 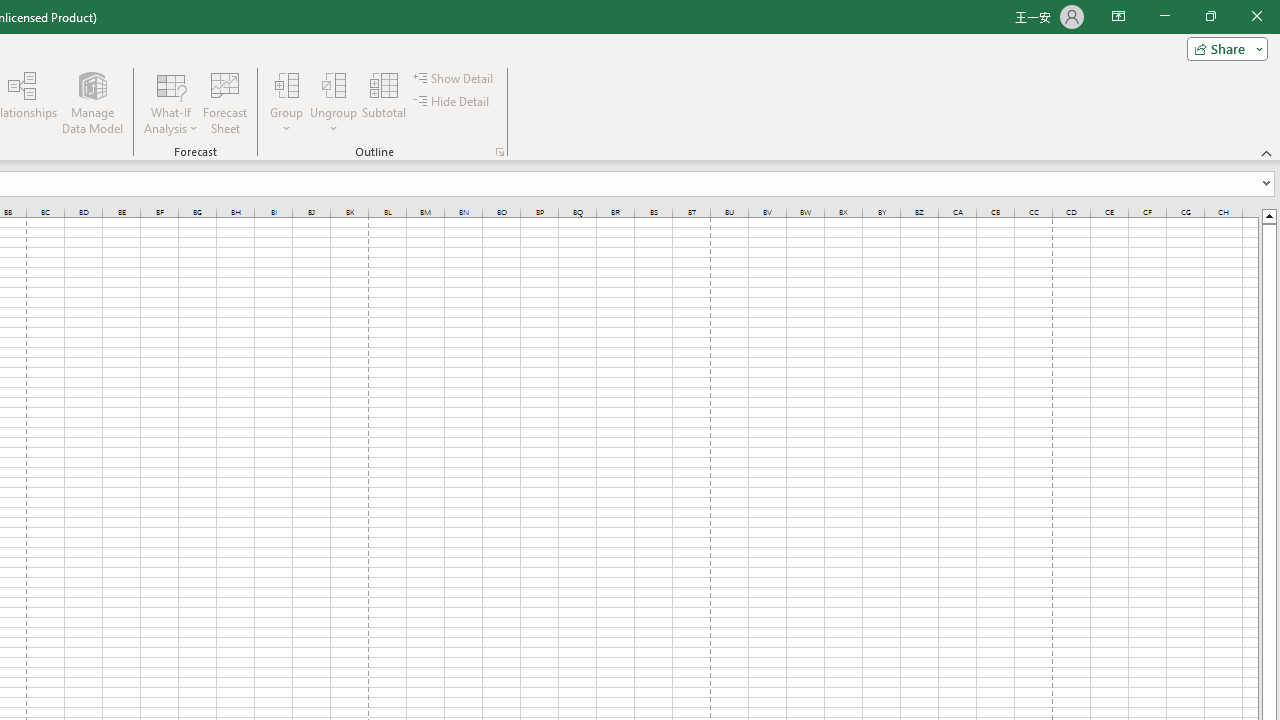 I want to click on 'Manage Data Model', so click(x=91, y=103).